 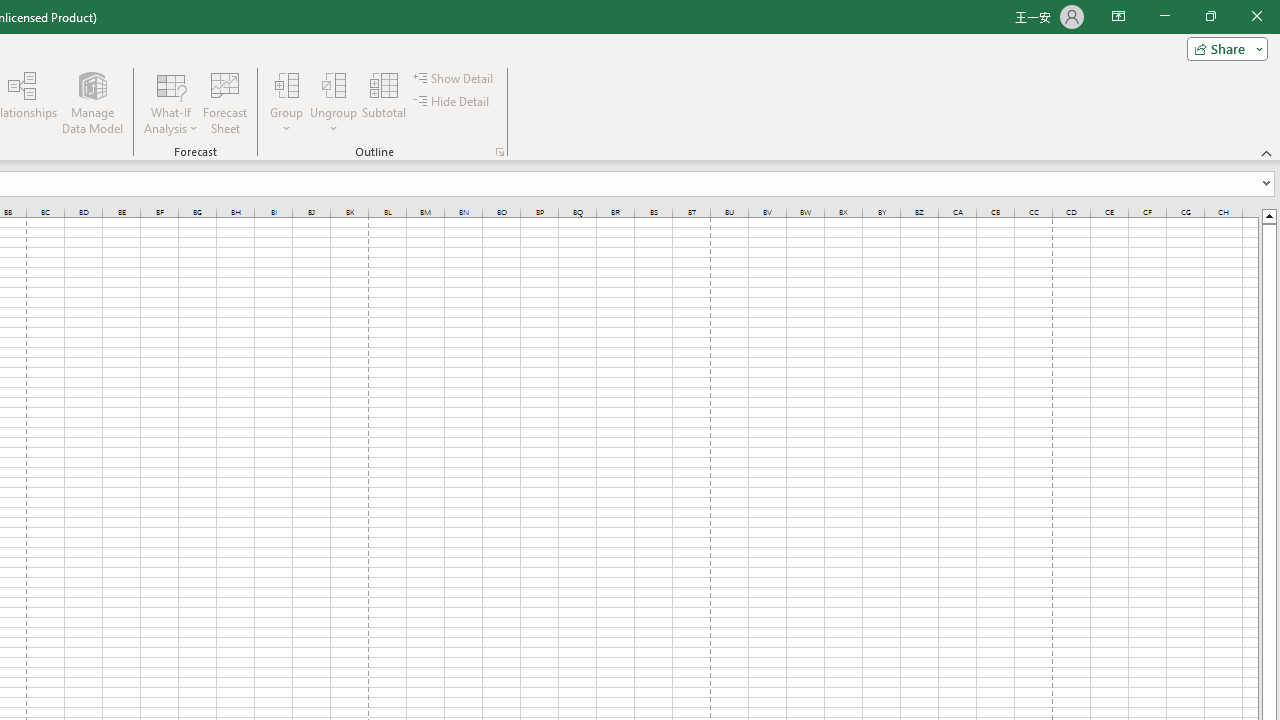 I want to click on 'Manage Data Model', so click(x=91, y=103).